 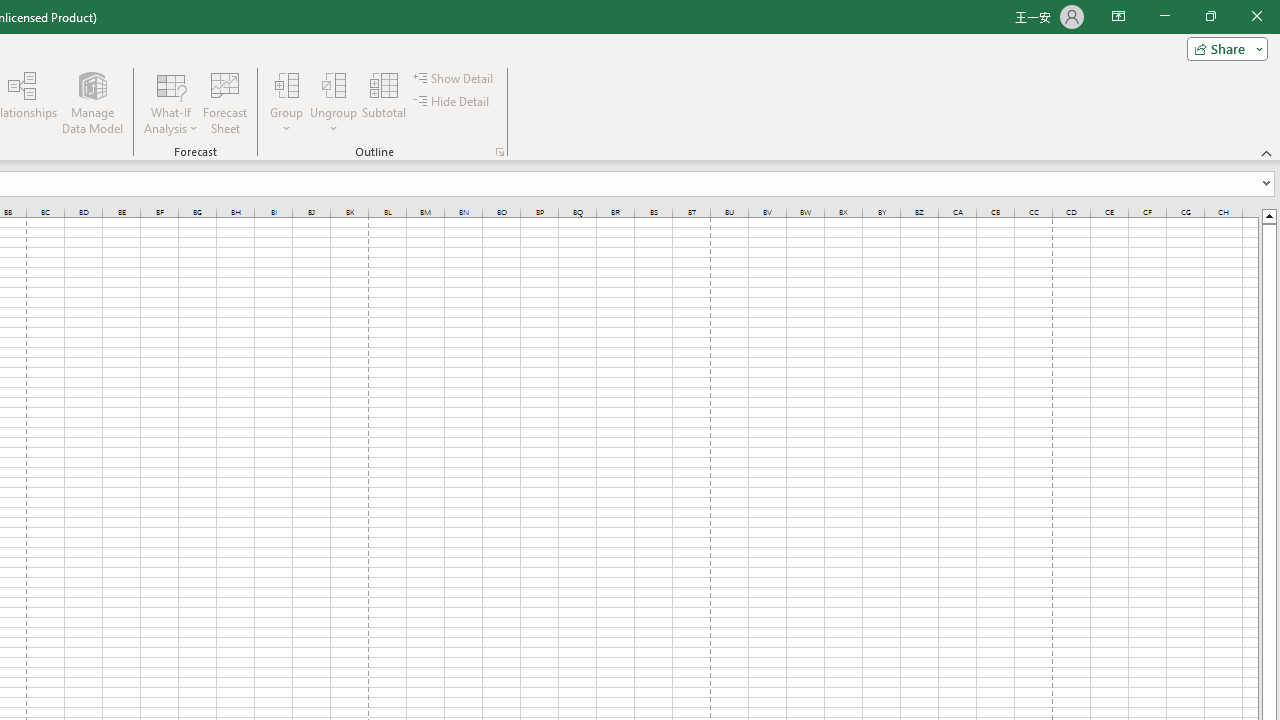 I want to click on 'Manage Data Model', so click(x=91, y=103).